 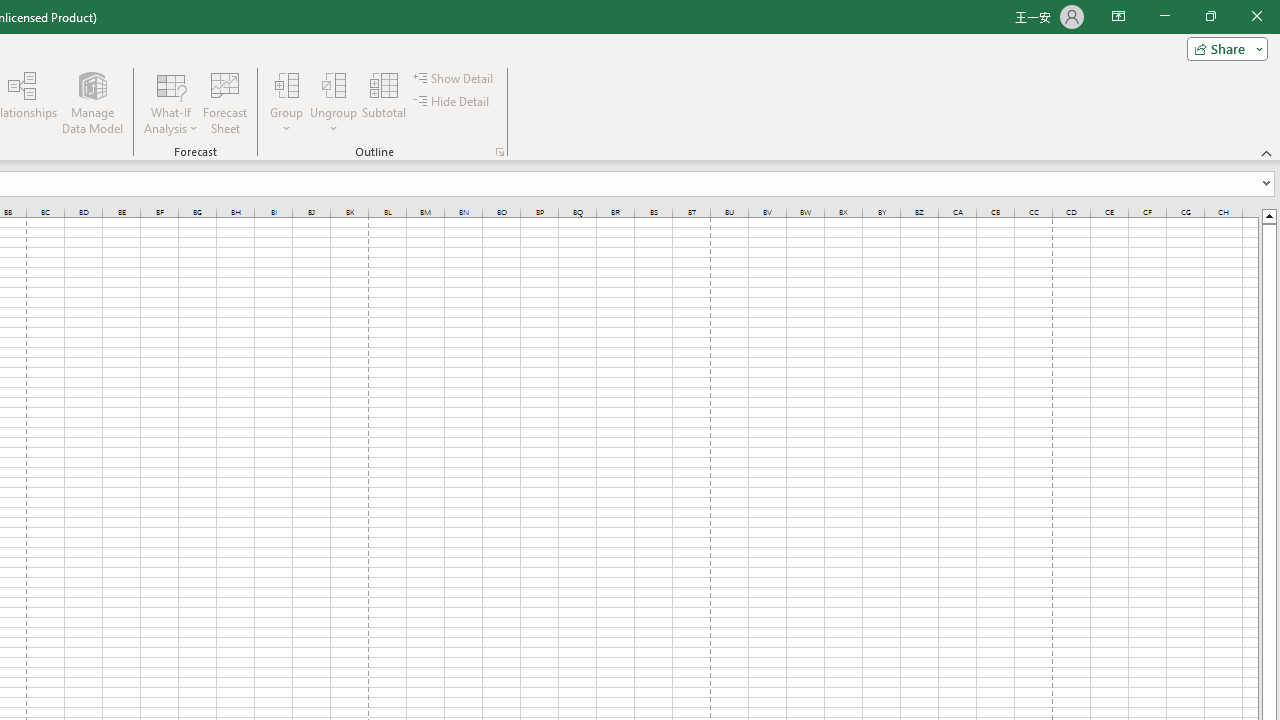 I want to click on 'Manage Data Model', so click(x=91, y=103).